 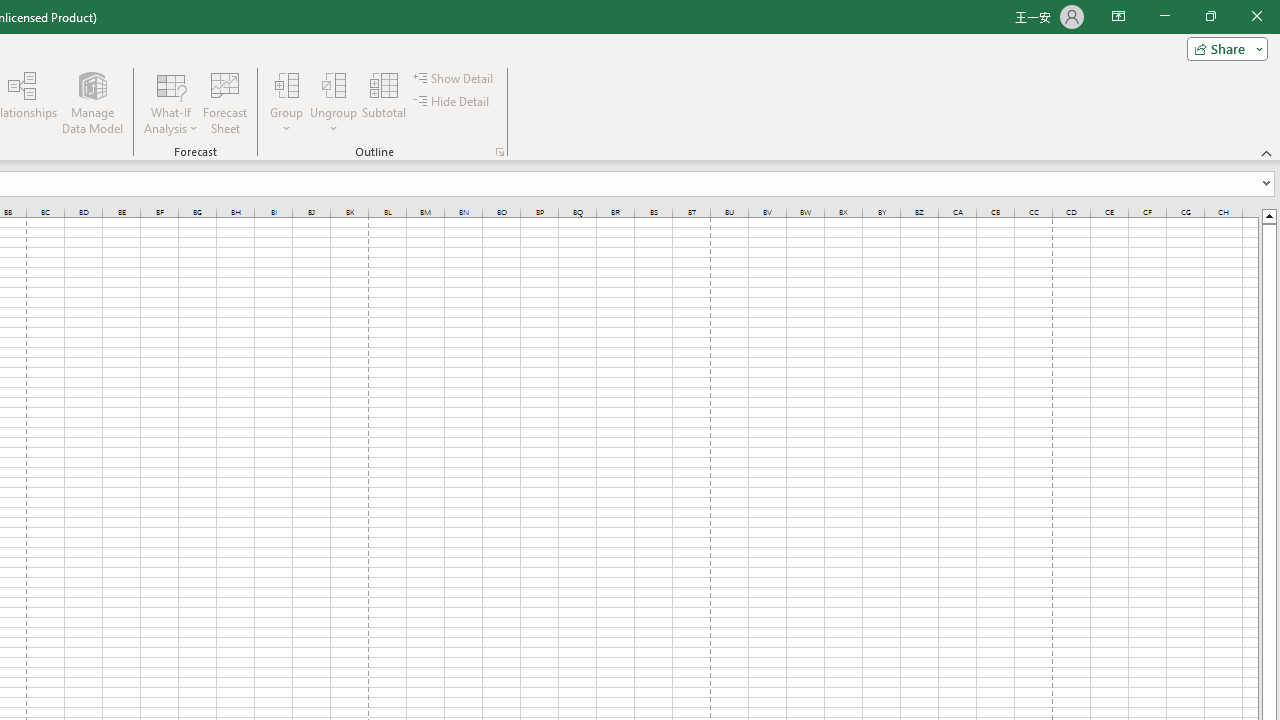 I want to click on 'Manage Data Model', so click(x=91, y=103).